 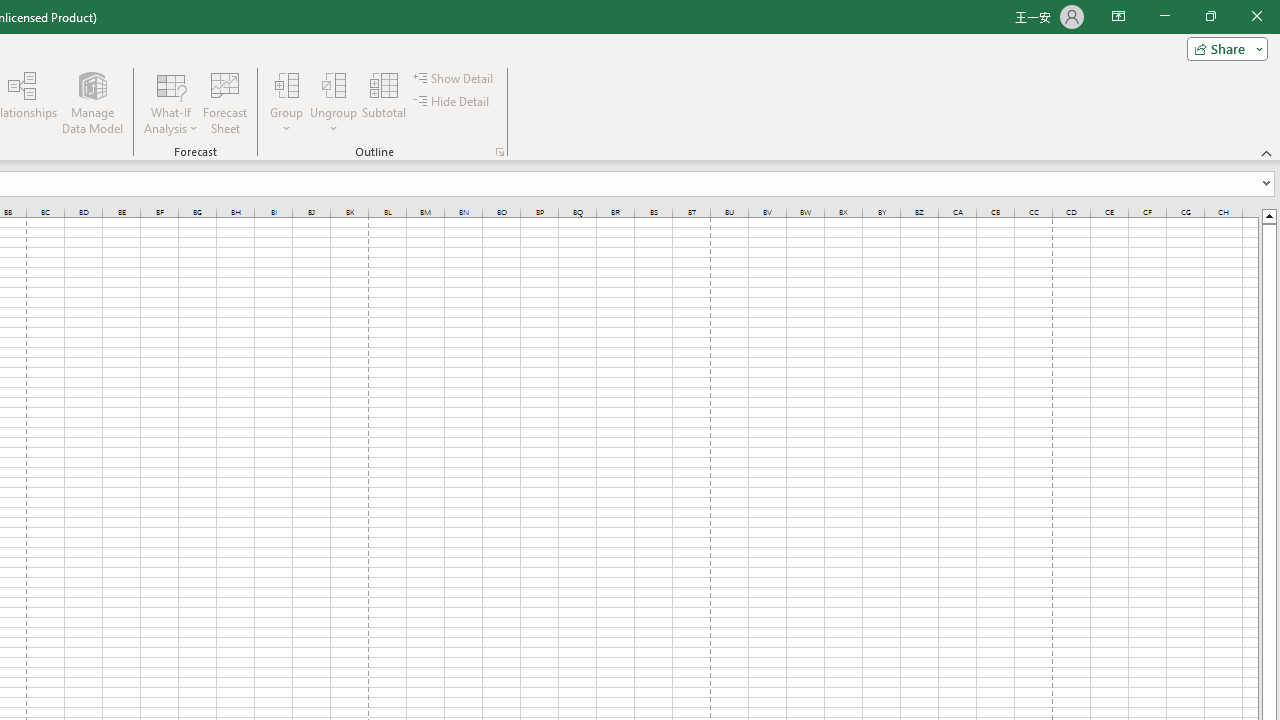 I want to click on 'Manage Data Model', so click(x=91, y=103).